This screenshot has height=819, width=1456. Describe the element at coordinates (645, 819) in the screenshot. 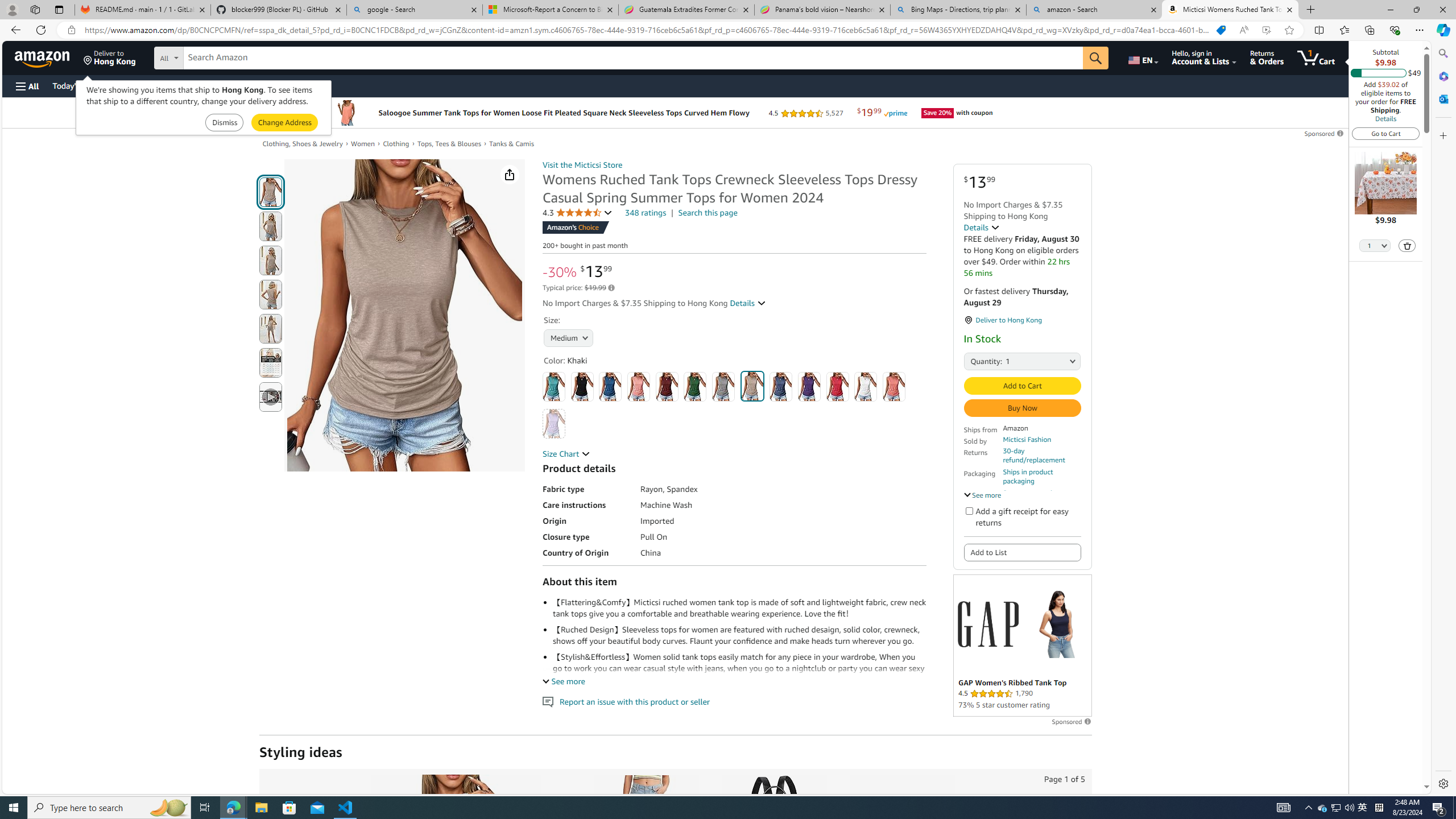

I see `'+18Levi'` at that location.